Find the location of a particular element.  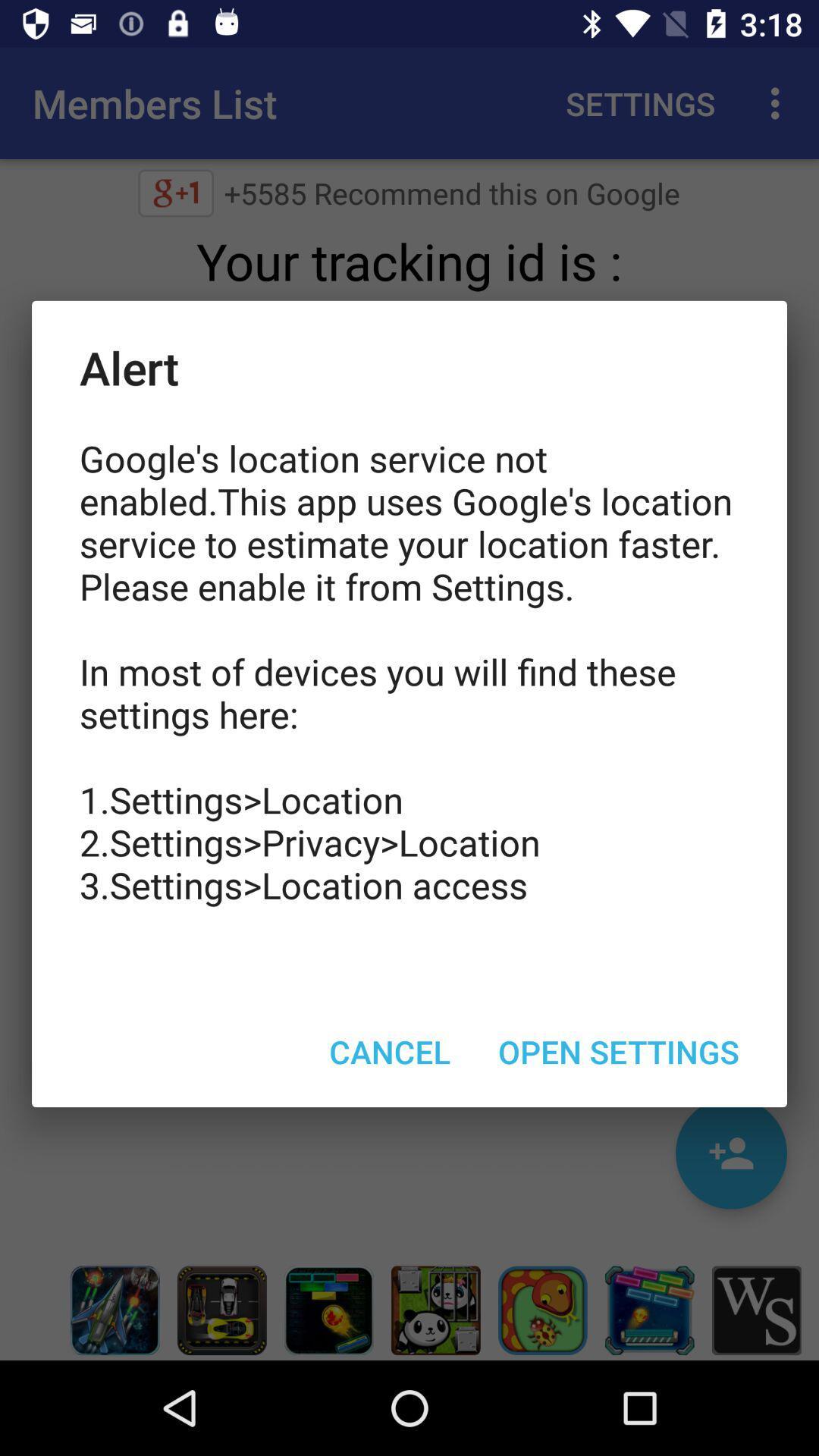

the cancel item is located at coordinates (389, 1050).